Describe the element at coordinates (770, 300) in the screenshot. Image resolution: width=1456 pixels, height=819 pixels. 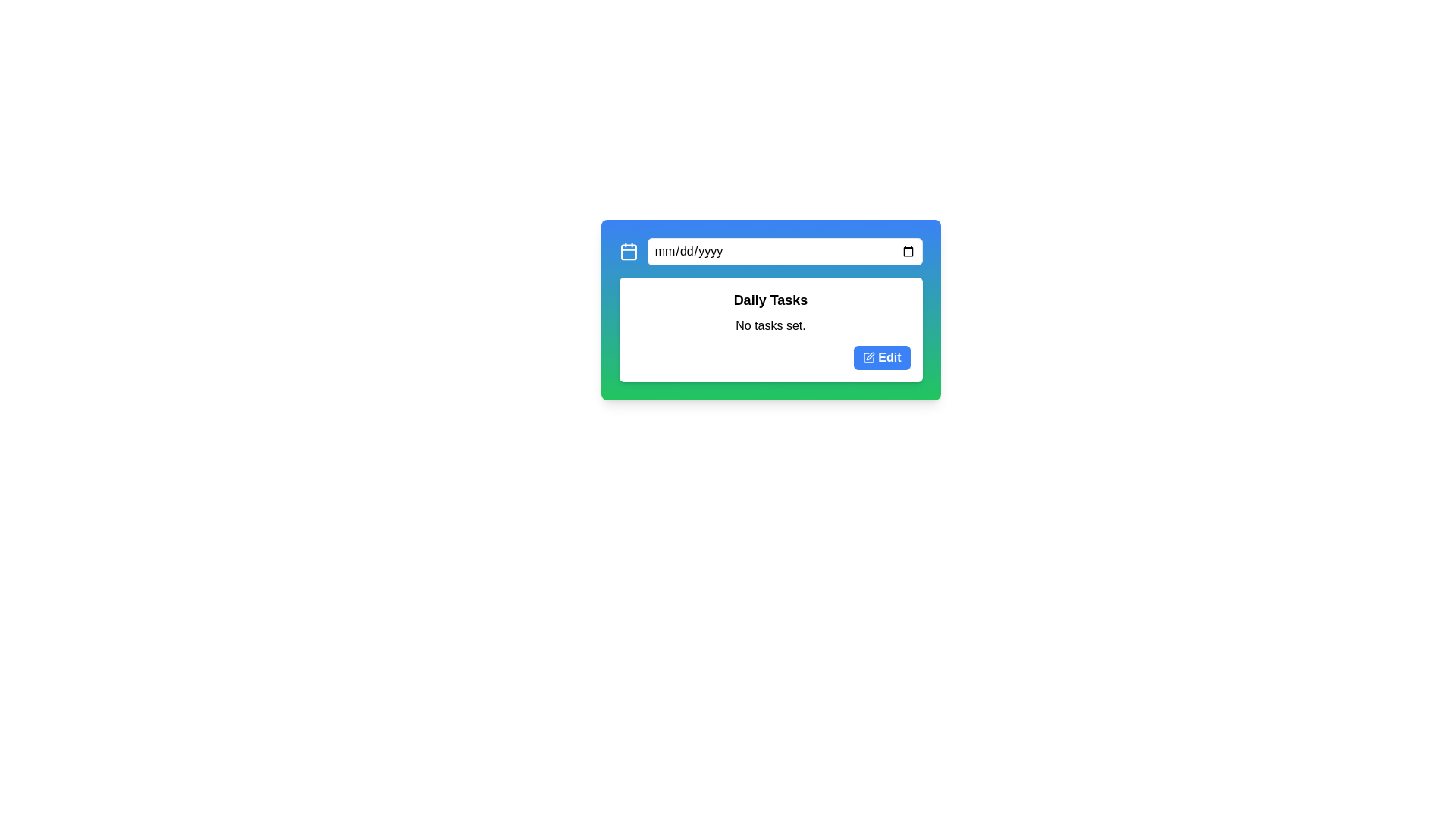
I see `the Text Label serving as a header for the daily task information section to focus on it` at that location.